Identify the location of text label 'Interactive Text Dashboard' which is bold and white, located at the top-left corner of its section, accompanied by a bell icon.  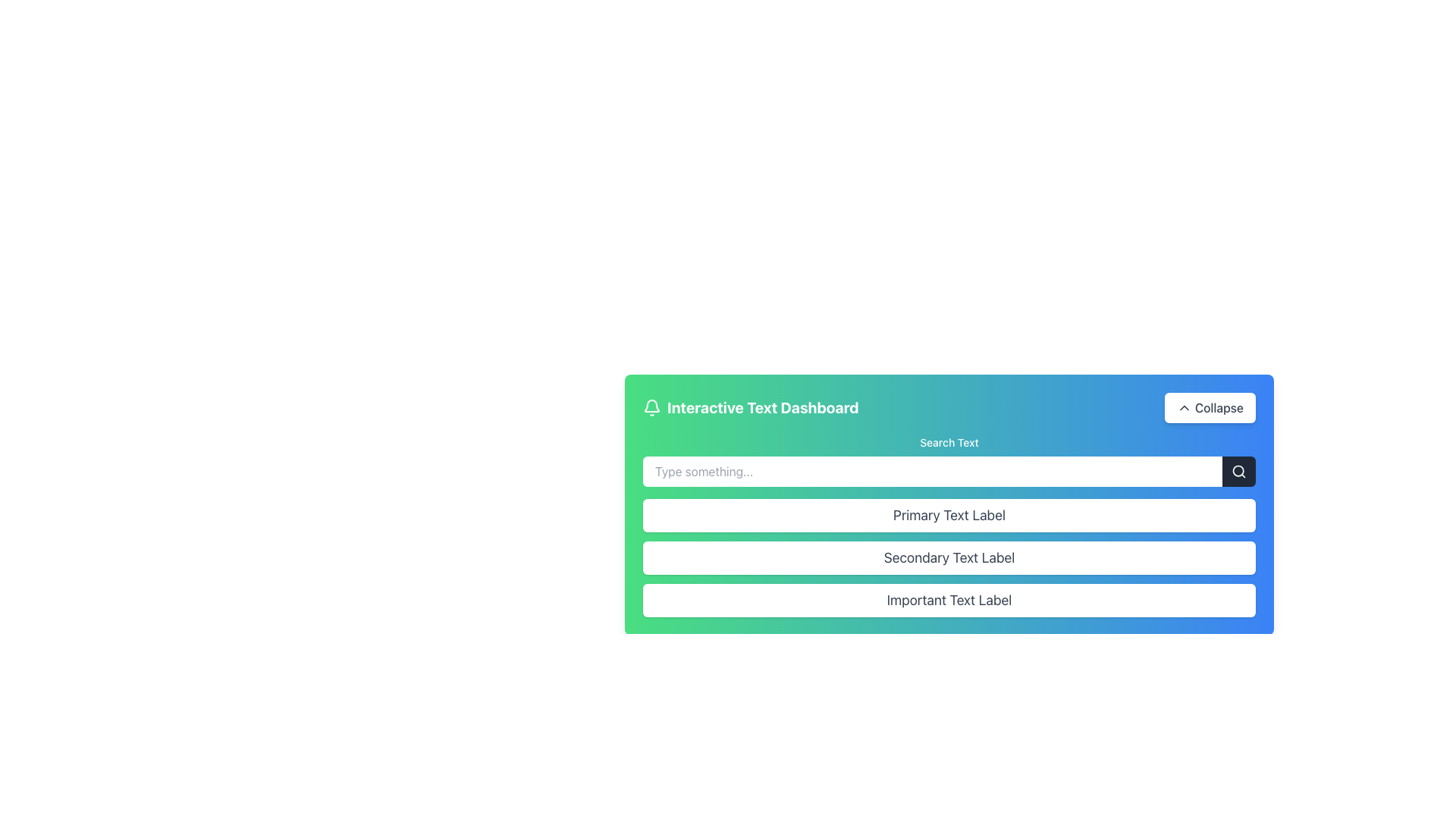
(751, 406).